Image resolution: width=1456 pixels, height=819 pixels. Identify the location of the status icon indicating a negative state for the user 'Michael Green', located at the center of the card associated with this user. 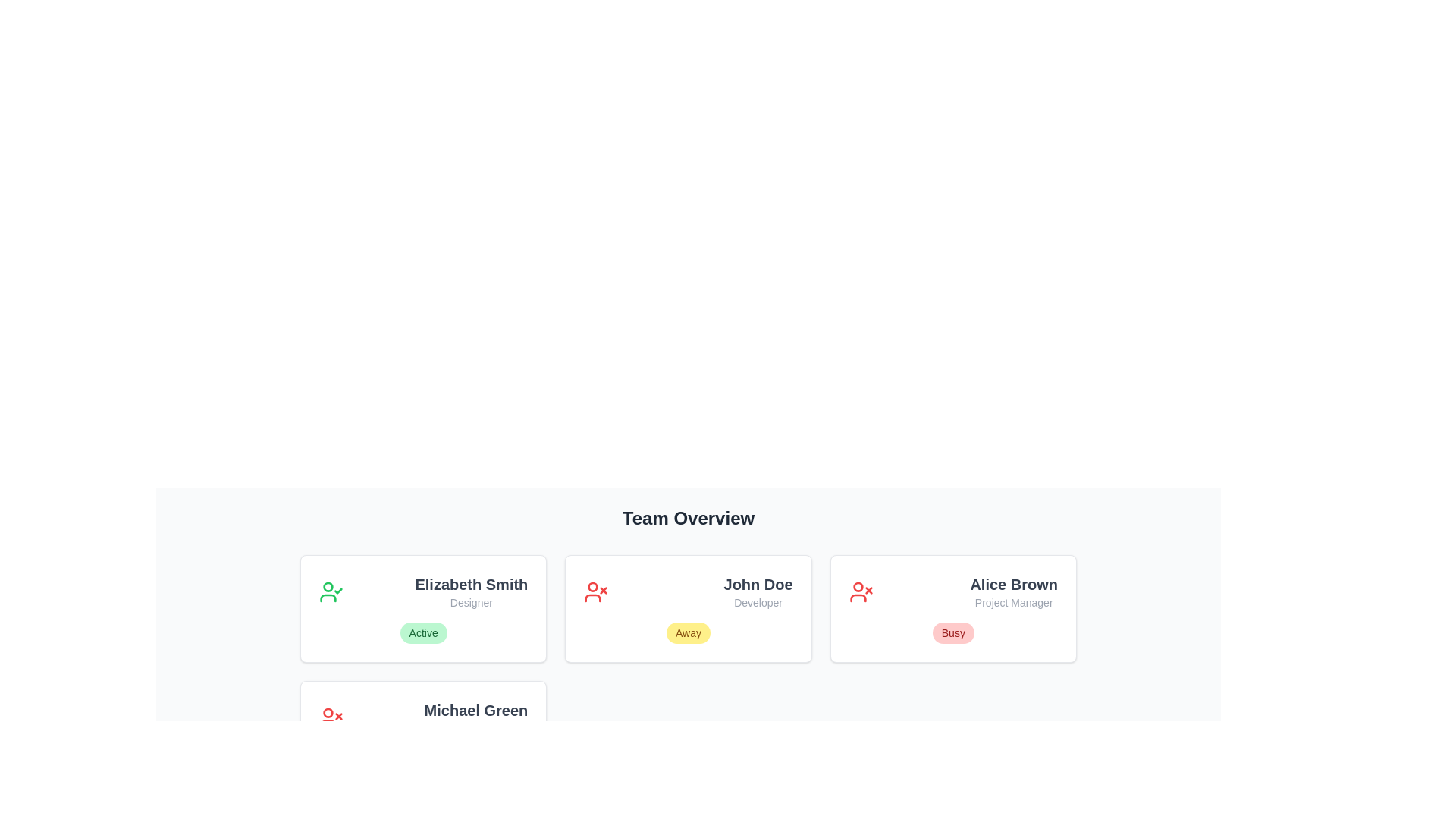
(327, 723).